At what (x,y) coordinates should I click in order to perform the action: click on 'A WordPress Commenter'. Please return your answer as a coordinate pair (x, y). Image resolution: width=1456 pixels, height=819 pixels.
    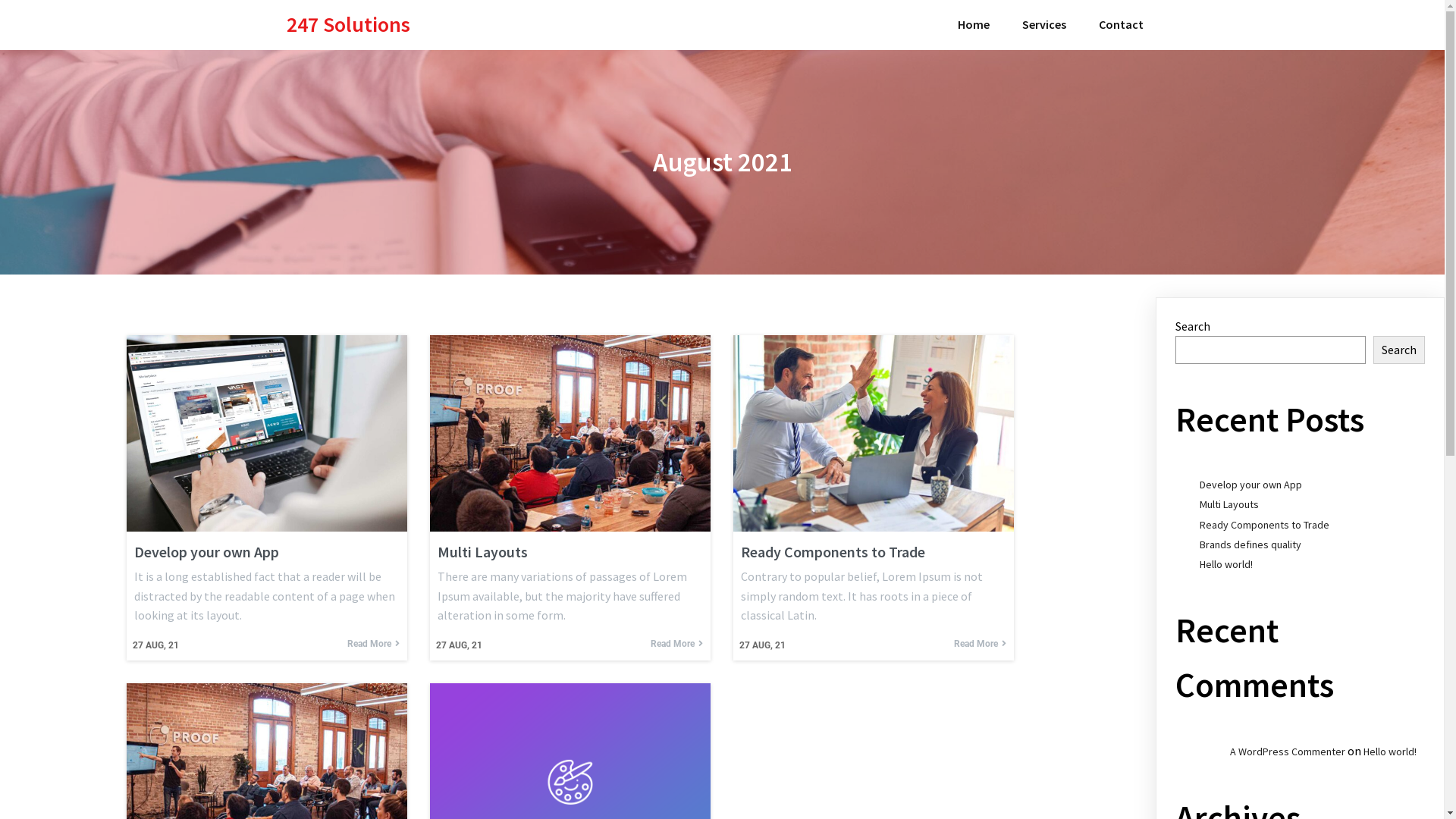
    Looking at the image, I should click on (1287, 752).